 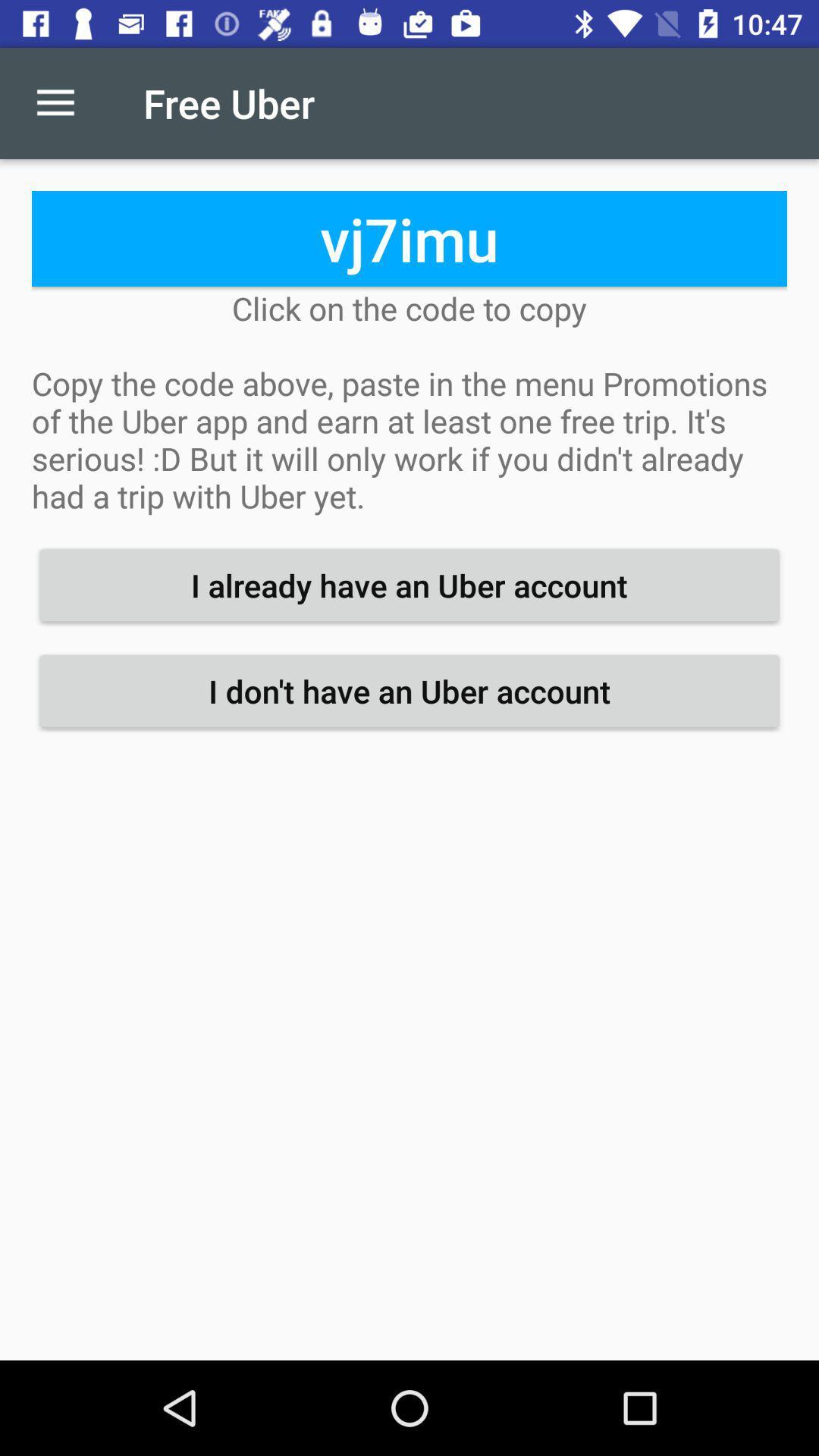 What do you see at coordinates (55, 102) in the screenshot?
I see `the icon above vj7imu` at bounding box center [55, 102].